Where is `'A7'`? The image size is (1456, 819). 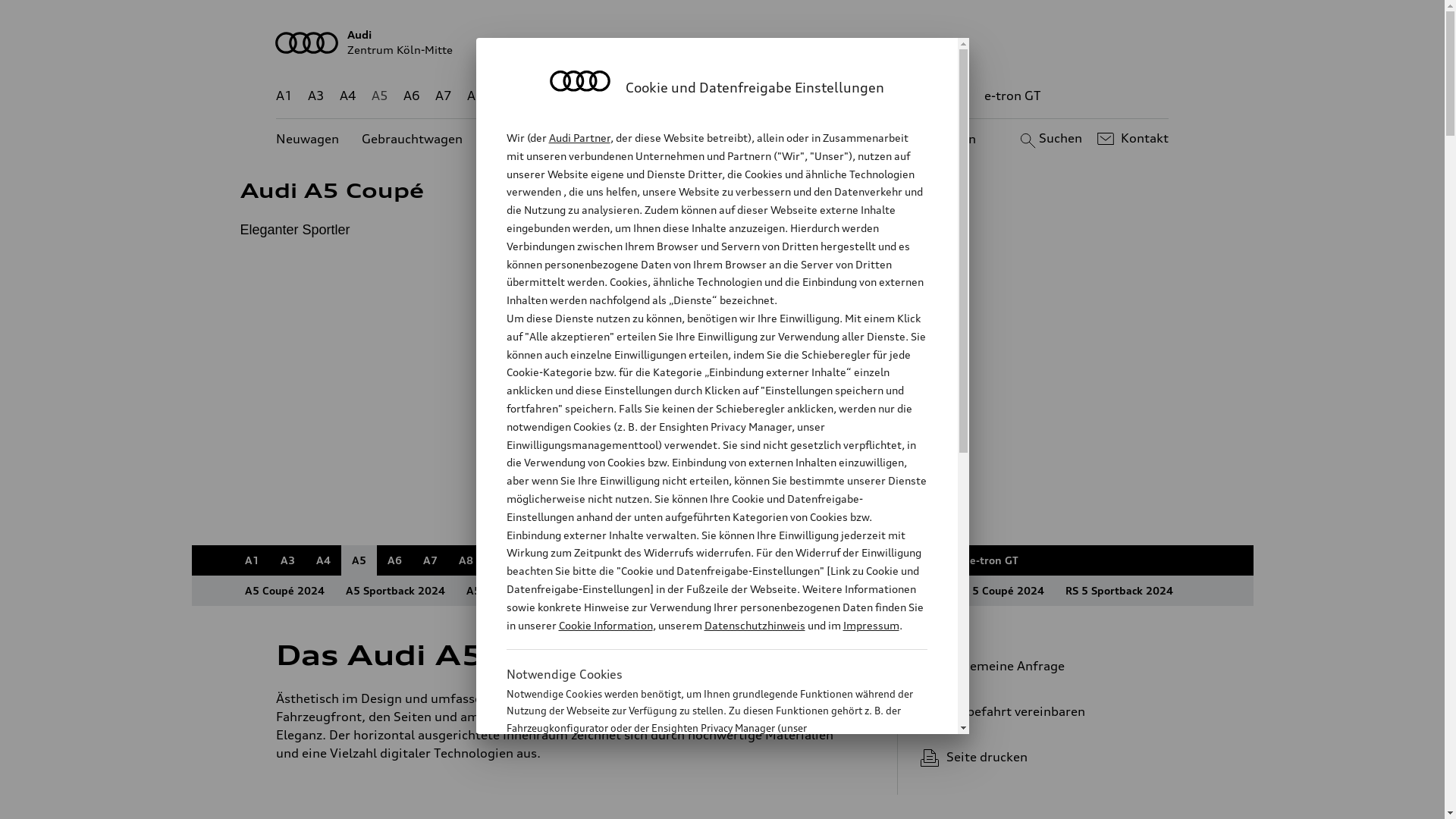 'A7' is located at coordinates (435, 96).